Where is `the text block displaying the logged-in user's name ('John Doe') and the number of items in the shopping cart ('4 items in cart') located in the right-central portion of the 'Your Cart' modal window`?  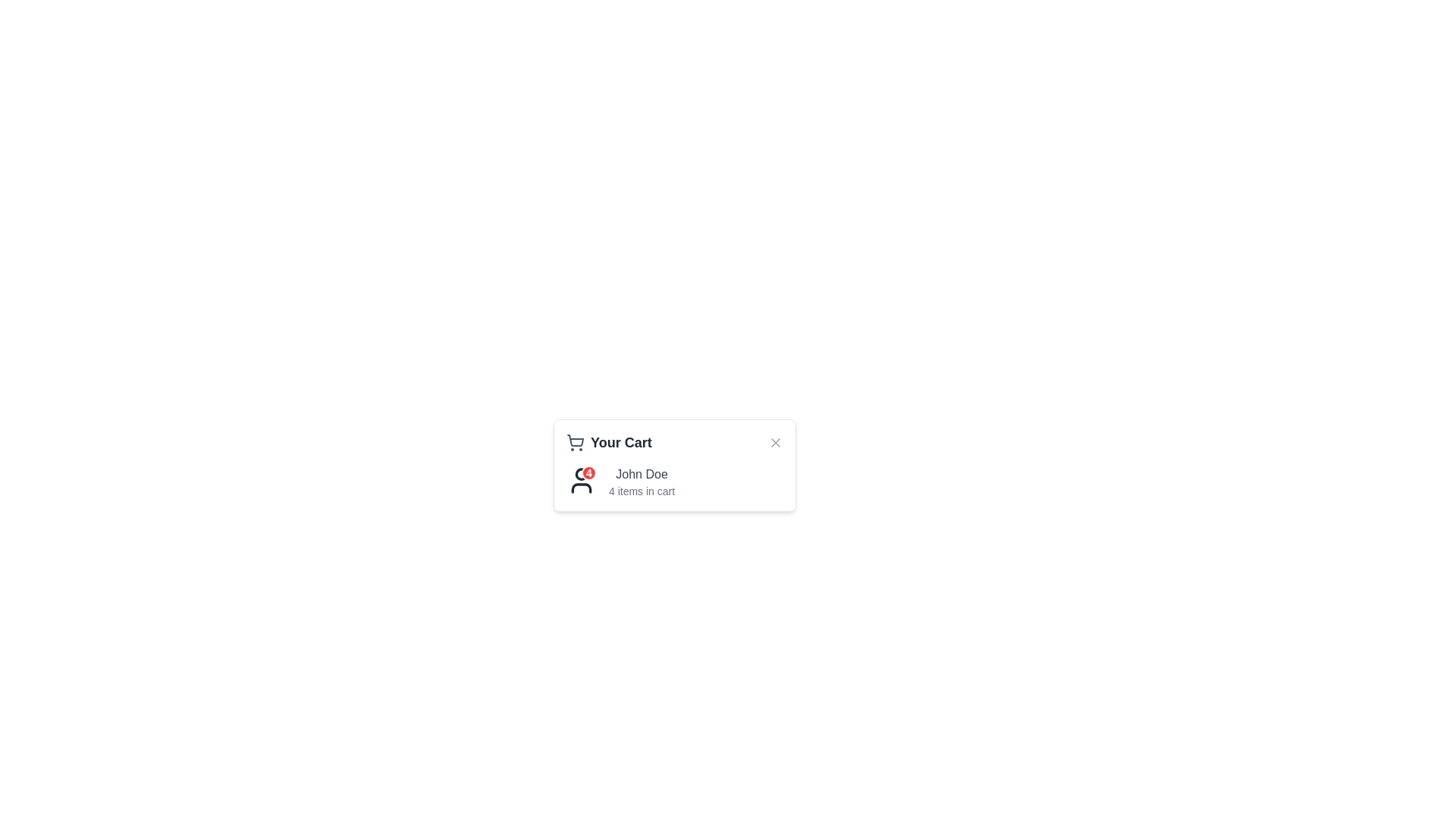 the text block displaying the logged-in user's name ('John Doe') and the number of items in the shopping cart ('4 items in cart') located in the right-central portion of the 'Your Cart' modal window is located at coordinates (642, 482).